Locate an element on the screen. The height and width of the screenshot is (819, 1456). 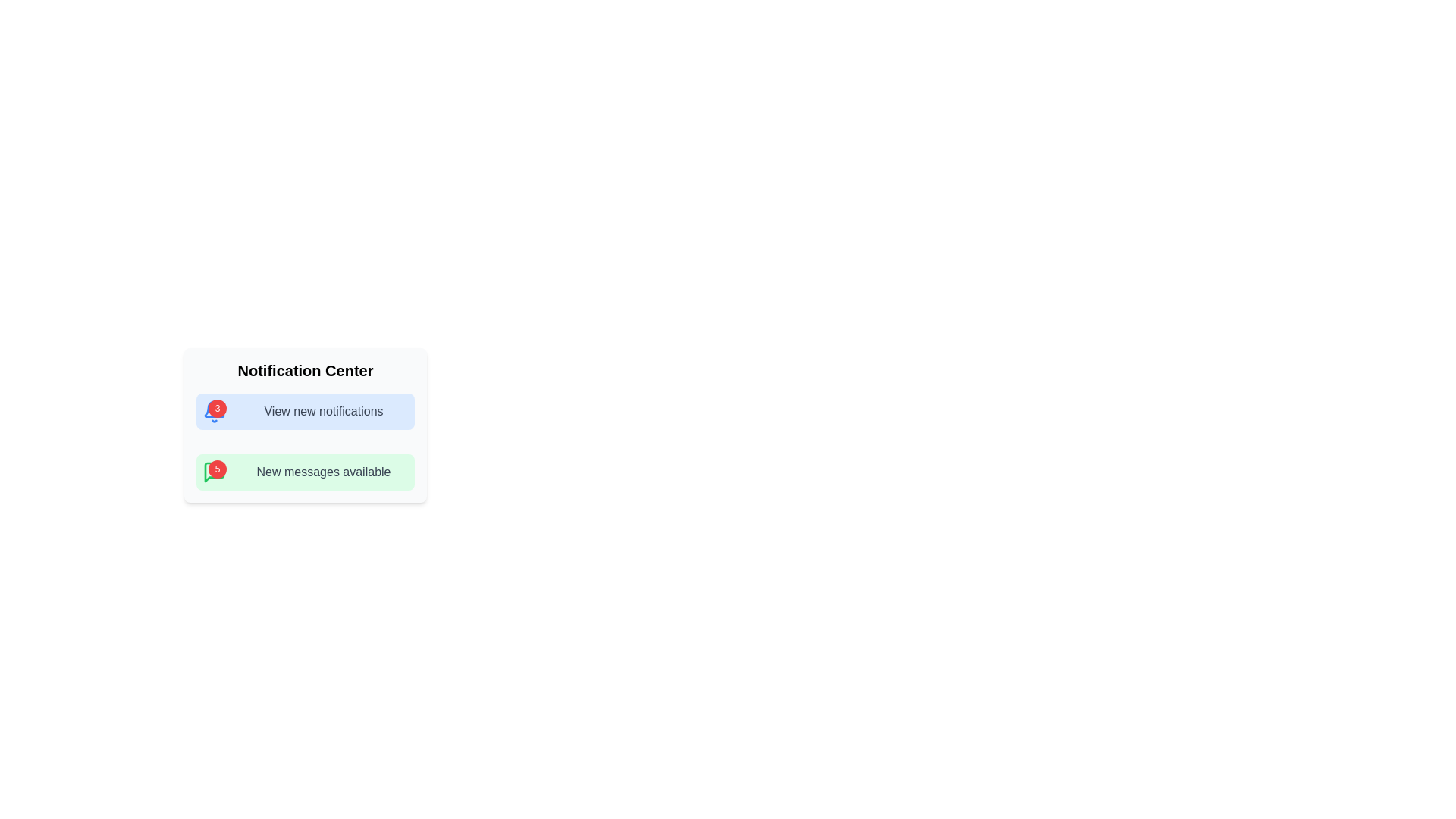
the text label 'Notification Center', which is prominently displayed in bold and large font at the top of the notification interface is located at coordinates (305, 371).